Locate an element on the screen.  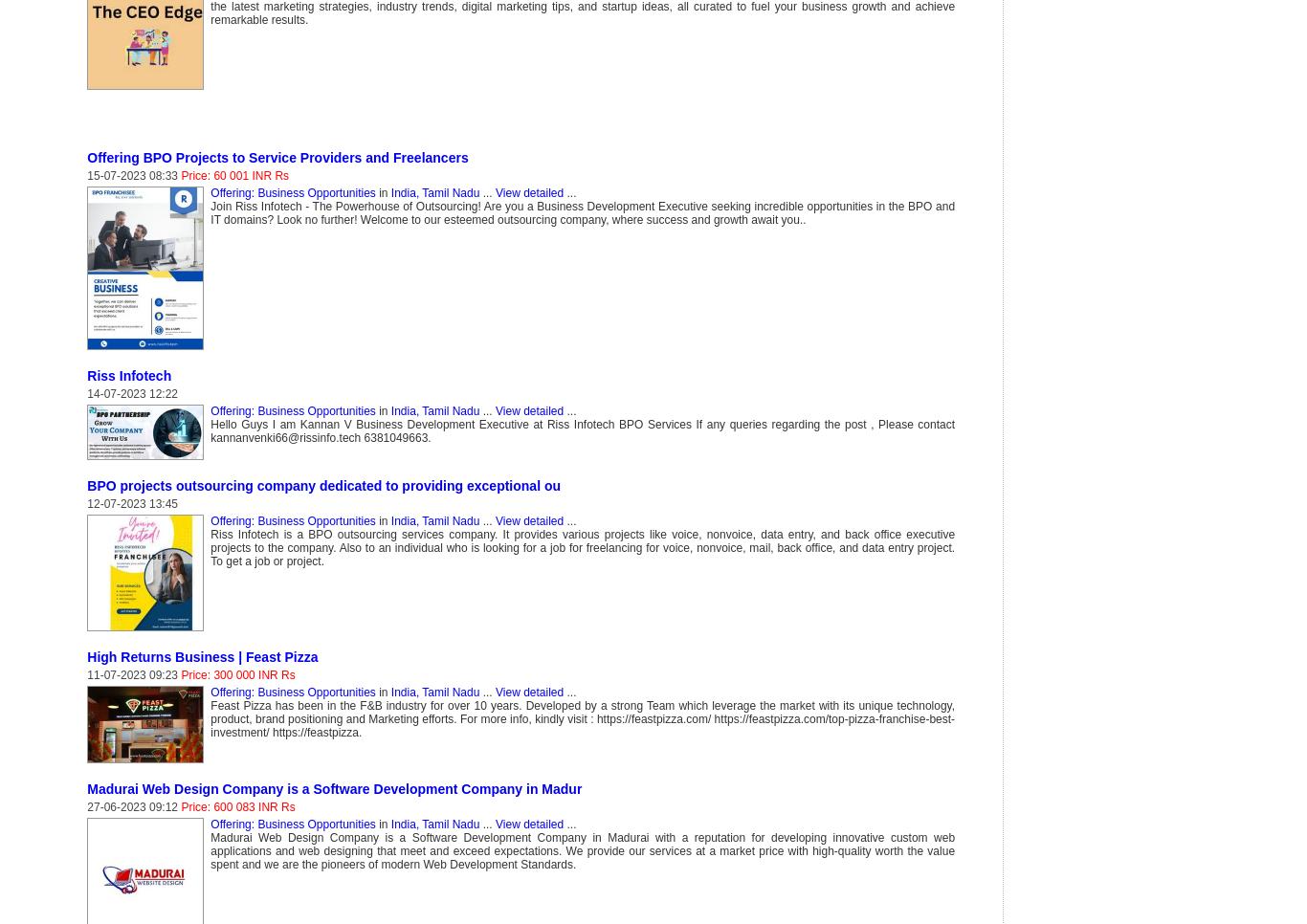
'11-07-2023 09:23' is located at coordinates (133, 672).